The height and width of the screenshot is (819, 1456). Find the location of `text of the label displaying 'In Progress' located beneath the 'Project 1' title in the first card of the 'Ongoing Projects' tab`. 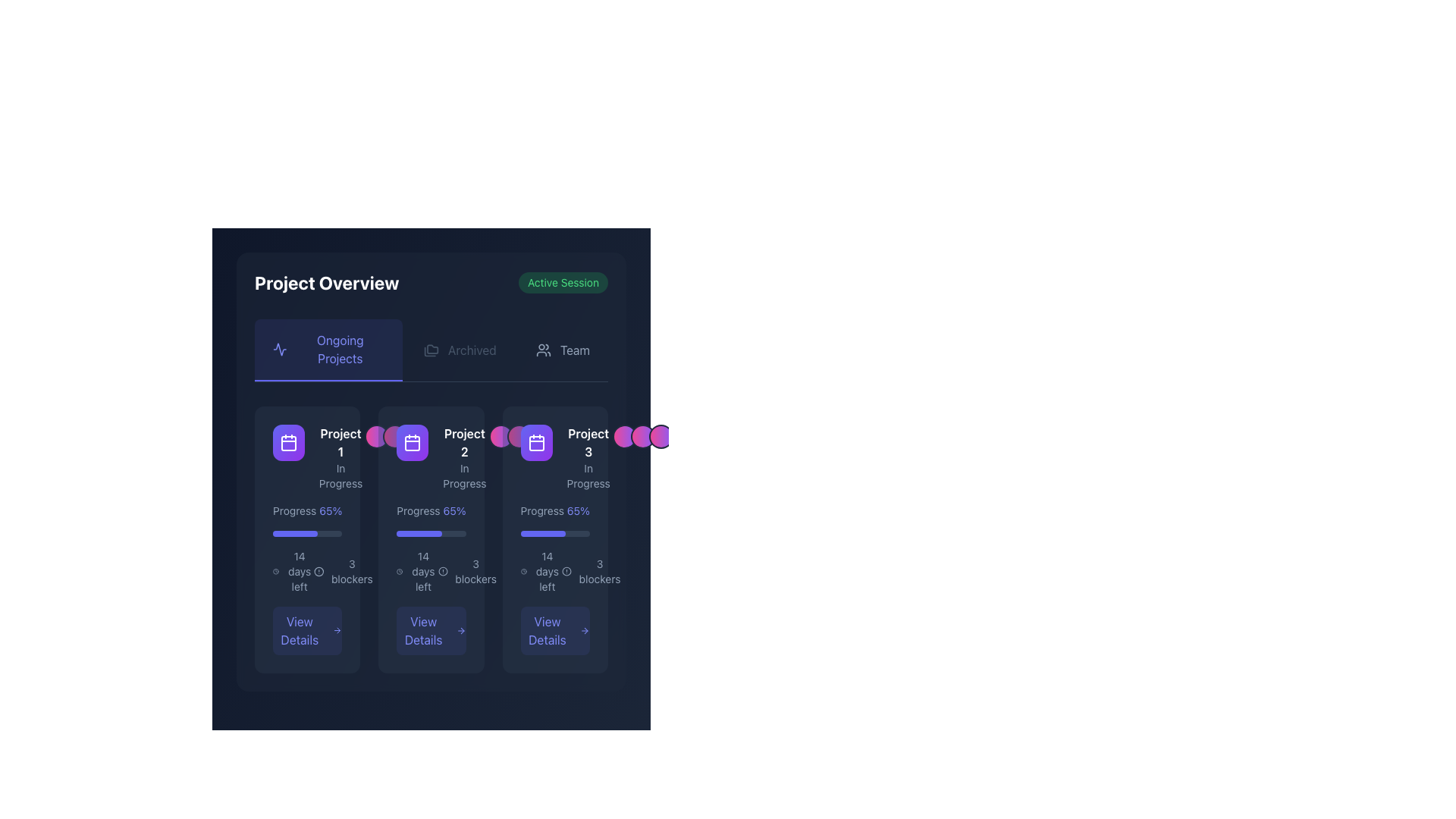

text of the label displaying 'In Progress' located beneath the 'Project 1' title in the first card of the 'Ongoing Projects' tab is located at coordinates (340, 475).